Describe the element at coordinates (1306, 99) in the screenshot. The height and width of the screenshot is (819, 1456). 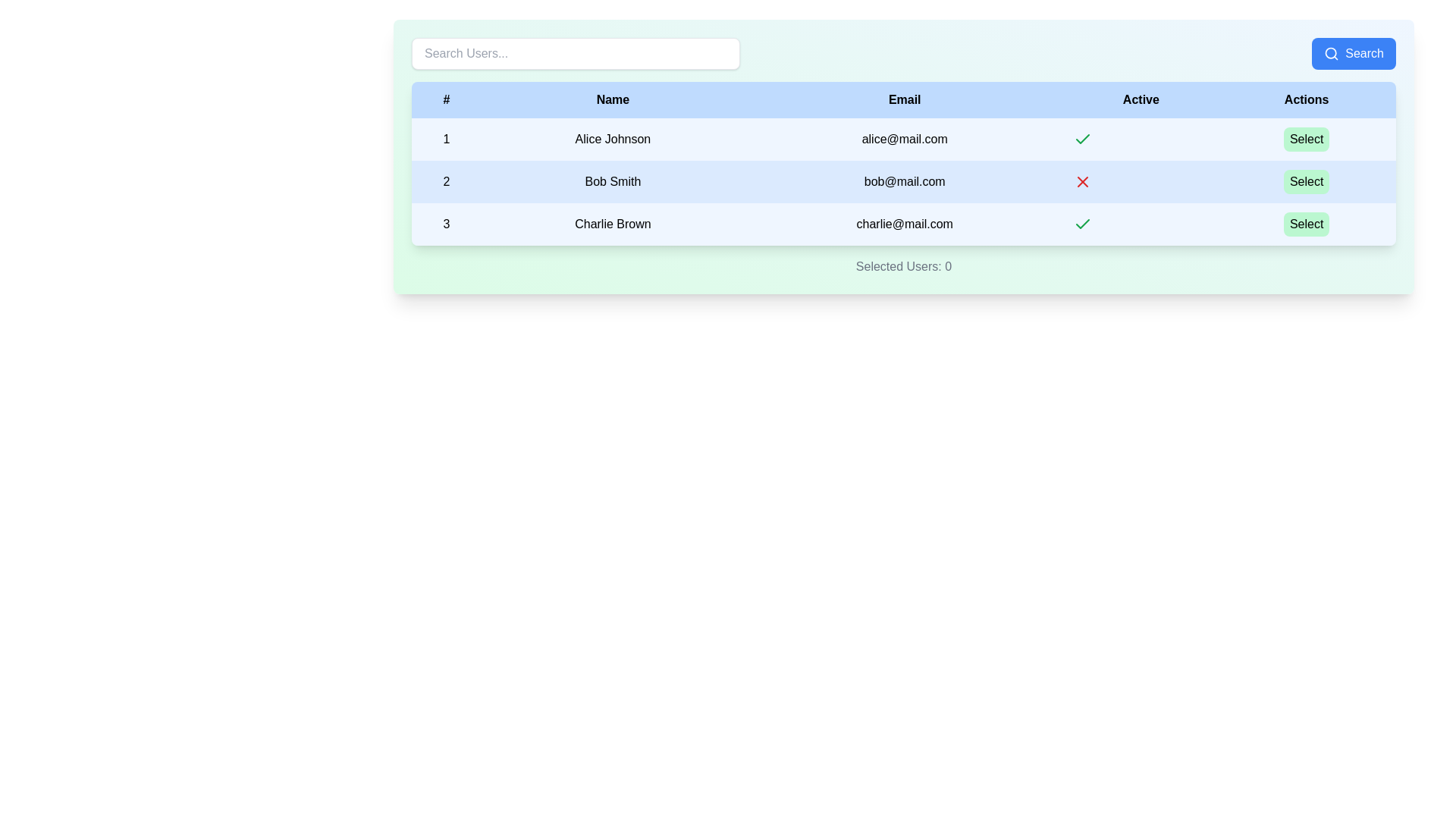
I see `the 'Actions' column header cell in the data table, which is the last column header located at the top of the table` at that location.